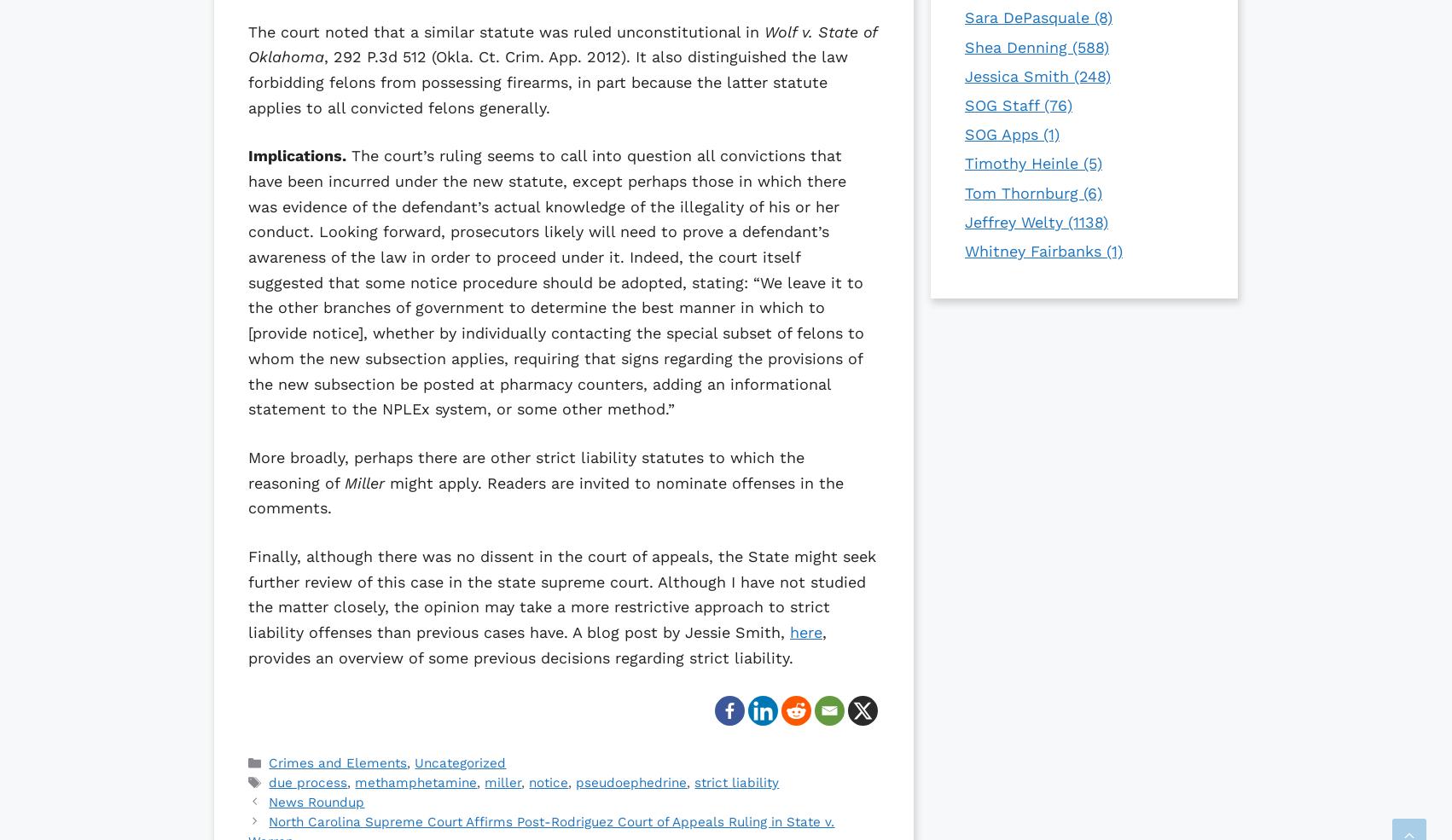 This screenshot has width=1452, height=840. Describe the element at coordinates (805, 632) in the screenshot. I see `'here'` at that location.